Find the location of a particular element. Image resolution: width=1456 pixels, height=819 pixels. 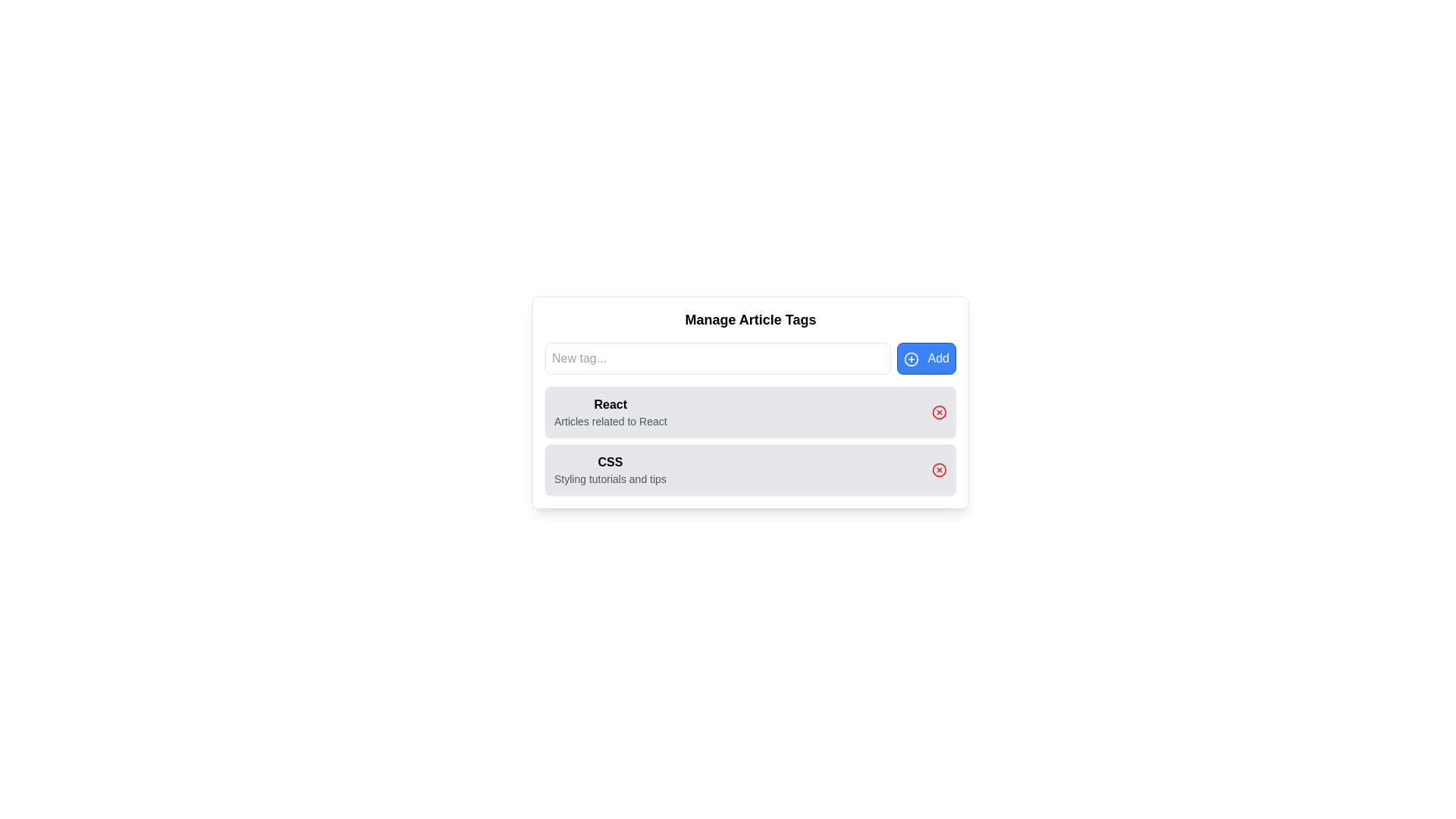

the 'Add' button located within the 'Manage Article Tags' interface to invoke the 'Add' action is located at coordinates (910, 359).